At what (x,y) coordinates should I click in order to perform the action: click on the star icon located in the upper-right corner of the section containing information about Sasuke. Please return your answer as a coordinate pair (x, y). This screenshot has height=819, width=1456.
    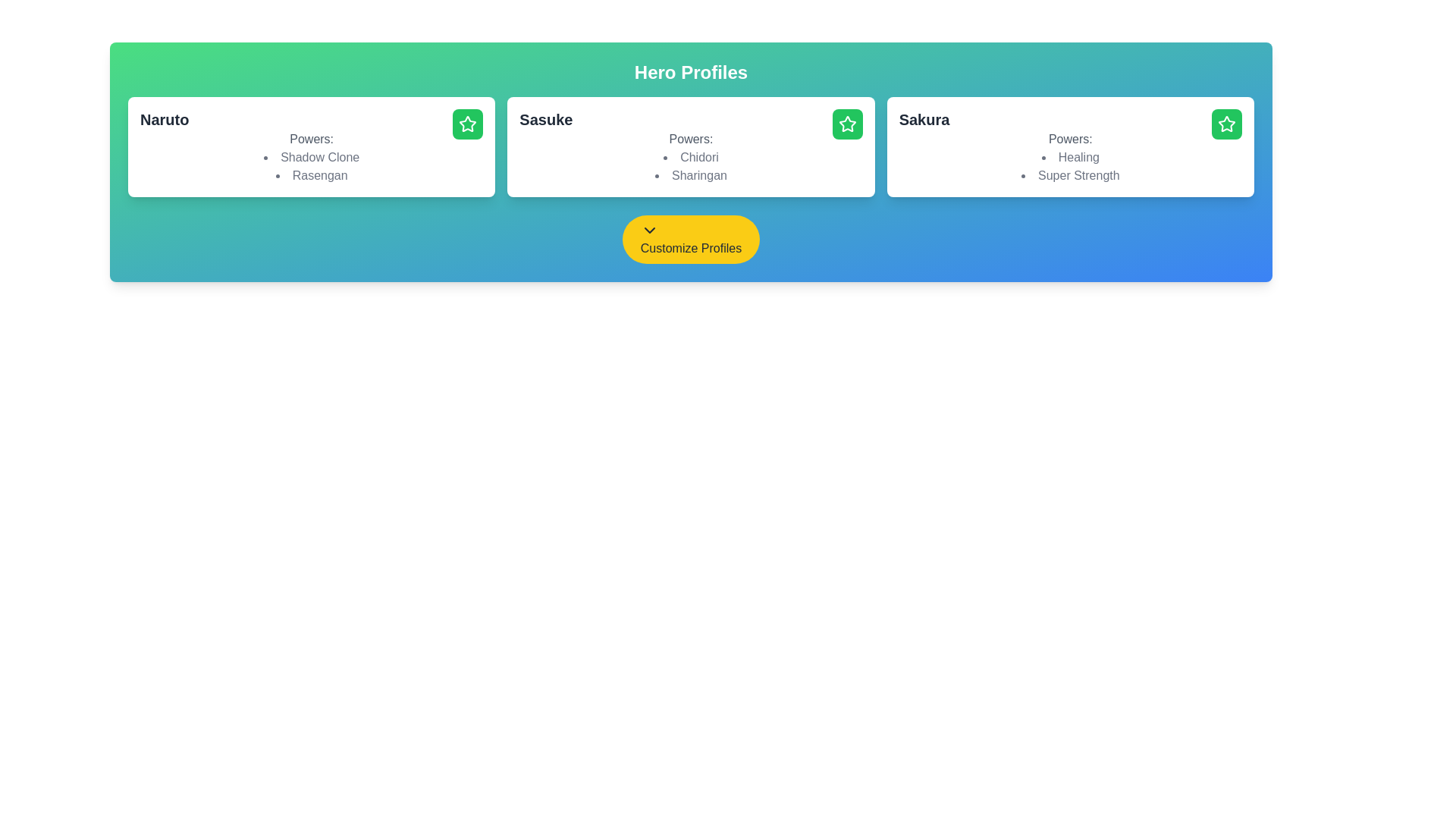
    Looking at the image, I should click on (846, 124).